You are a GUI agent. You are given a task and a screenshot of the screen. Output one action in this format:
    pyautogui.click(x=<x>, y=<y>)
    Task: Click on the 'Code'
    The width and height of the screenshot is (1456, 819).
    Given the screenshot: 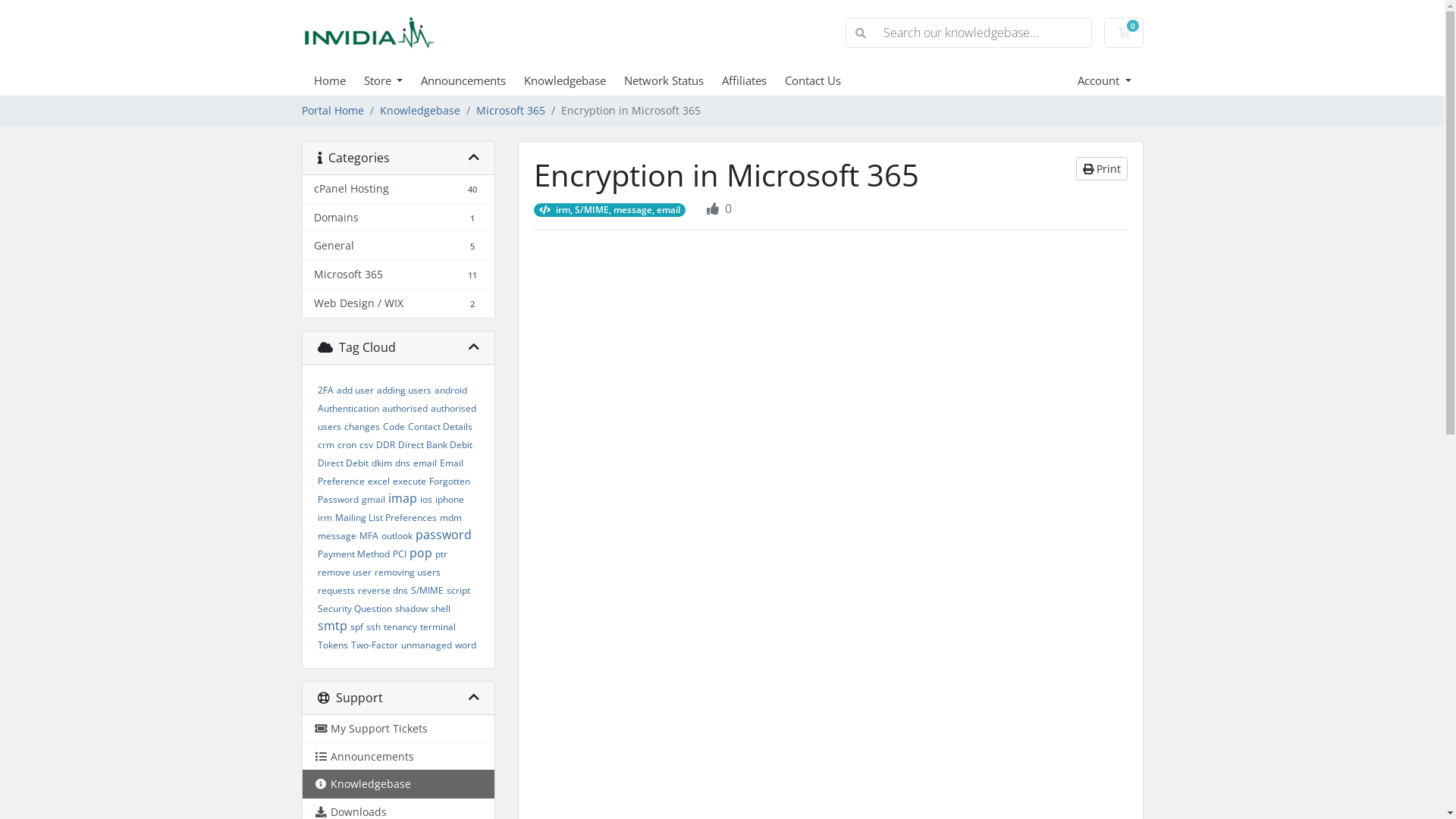 What is the action you would take?
    pyautogui.click(x=393, y=426)
    